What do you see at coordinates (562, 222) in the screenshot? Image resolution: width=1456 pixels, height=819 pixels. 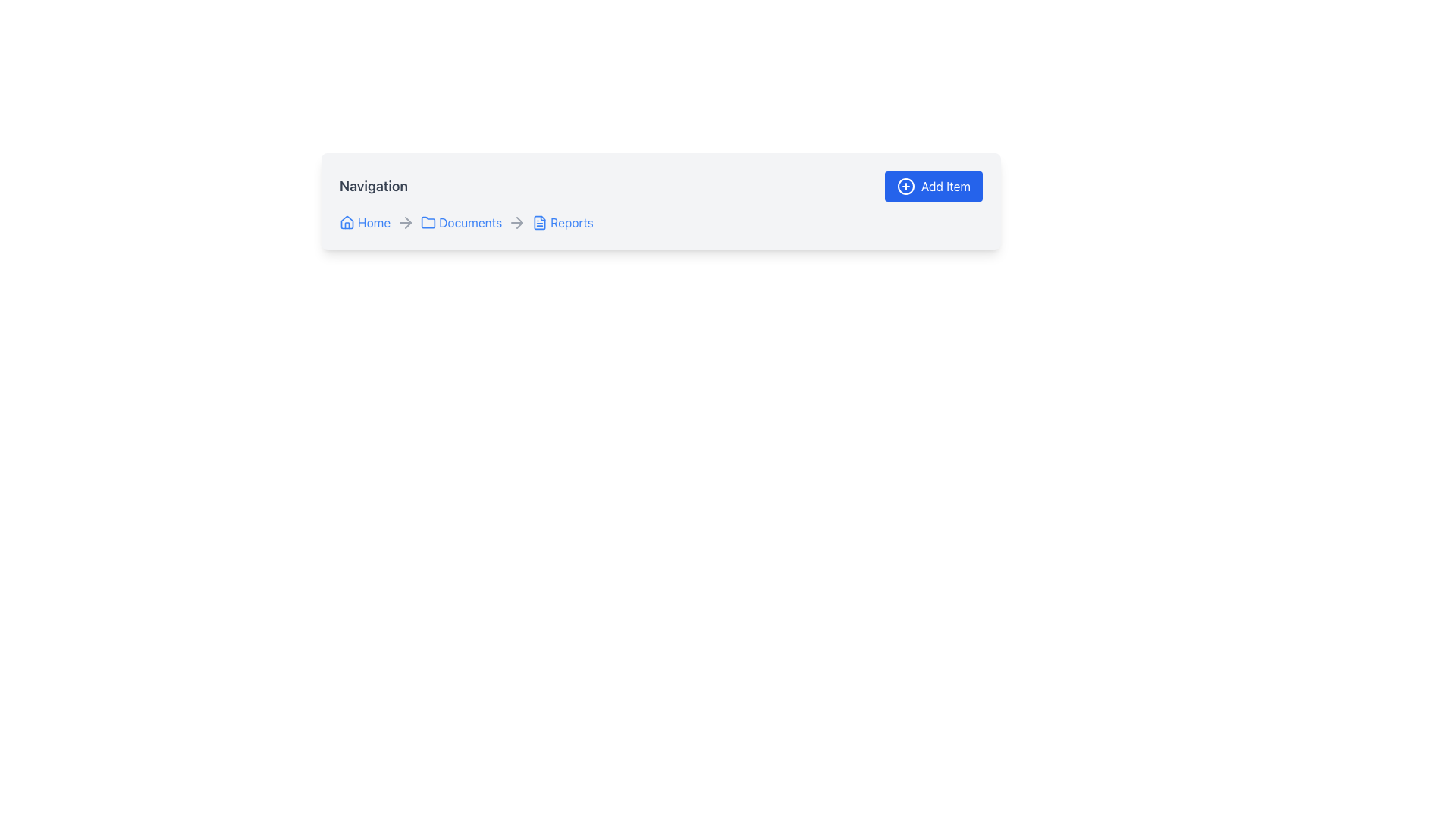 I see `the 'Reports' navigation link, which is the third clickable link in the breadcrumb navigation row, styled with a blue font color and an underline effect when hovered` at bounding box center [562, 222].